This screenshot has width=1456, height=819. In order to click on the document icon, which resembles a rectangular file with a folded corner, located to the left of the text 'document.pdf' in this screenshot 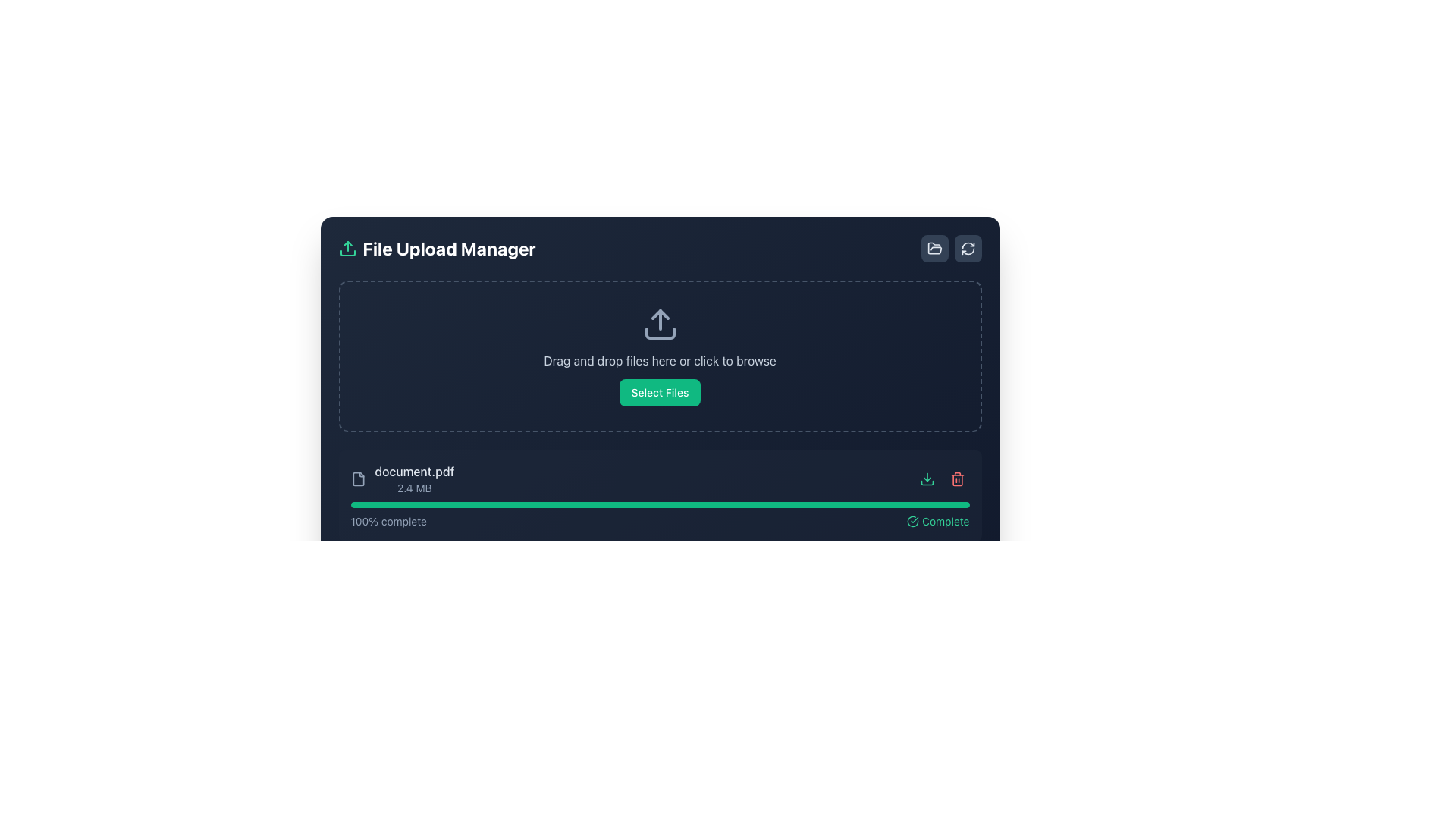, I will do `click(357, 479)`.